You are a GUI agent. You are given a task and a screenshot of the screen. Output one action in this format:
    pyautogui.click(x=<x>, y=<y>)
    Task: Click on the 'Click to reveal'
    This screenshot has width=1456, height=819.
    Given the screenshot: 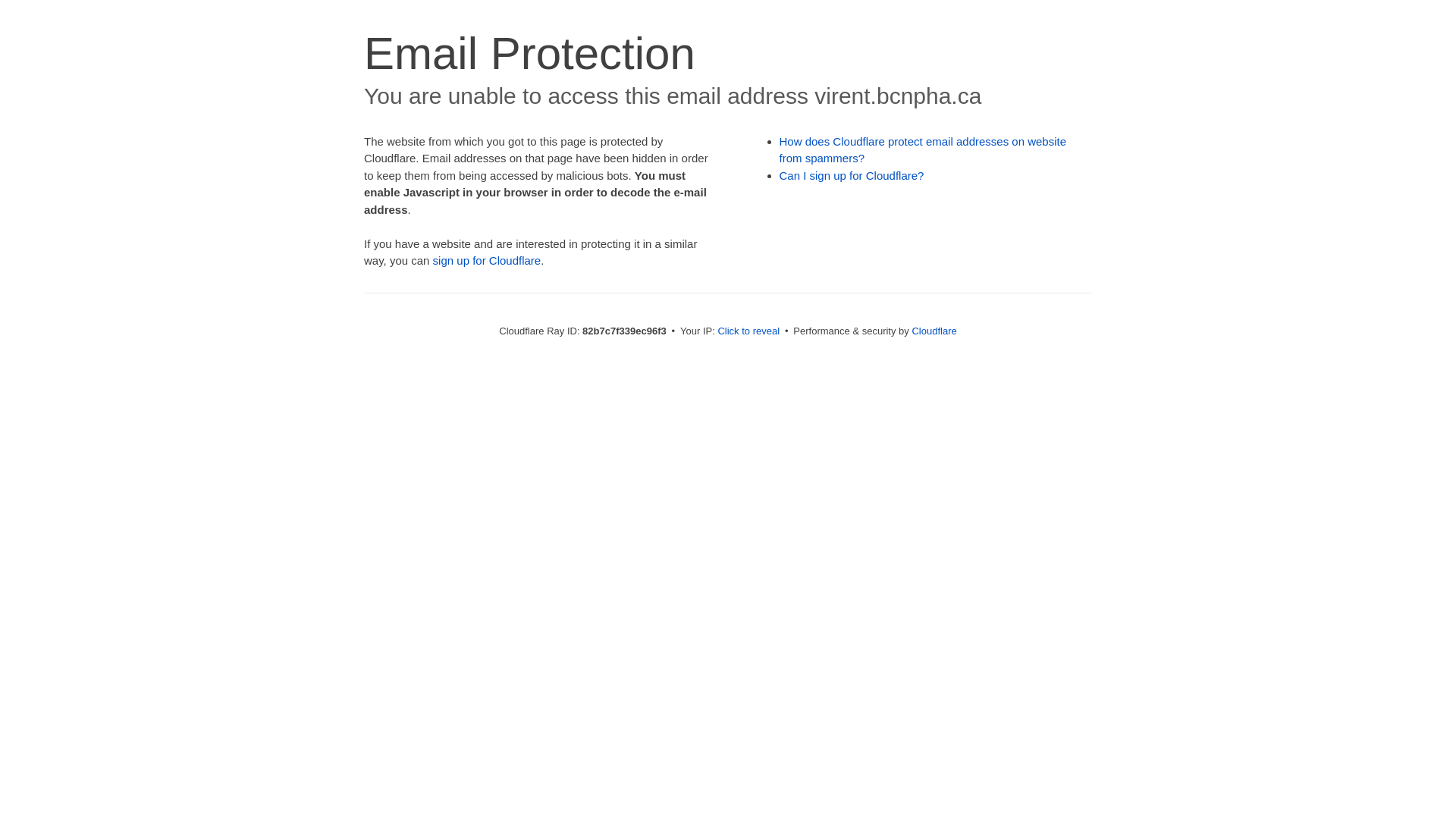 What is the action you would take?
    pyautogui.click(x=716, y=330)
    